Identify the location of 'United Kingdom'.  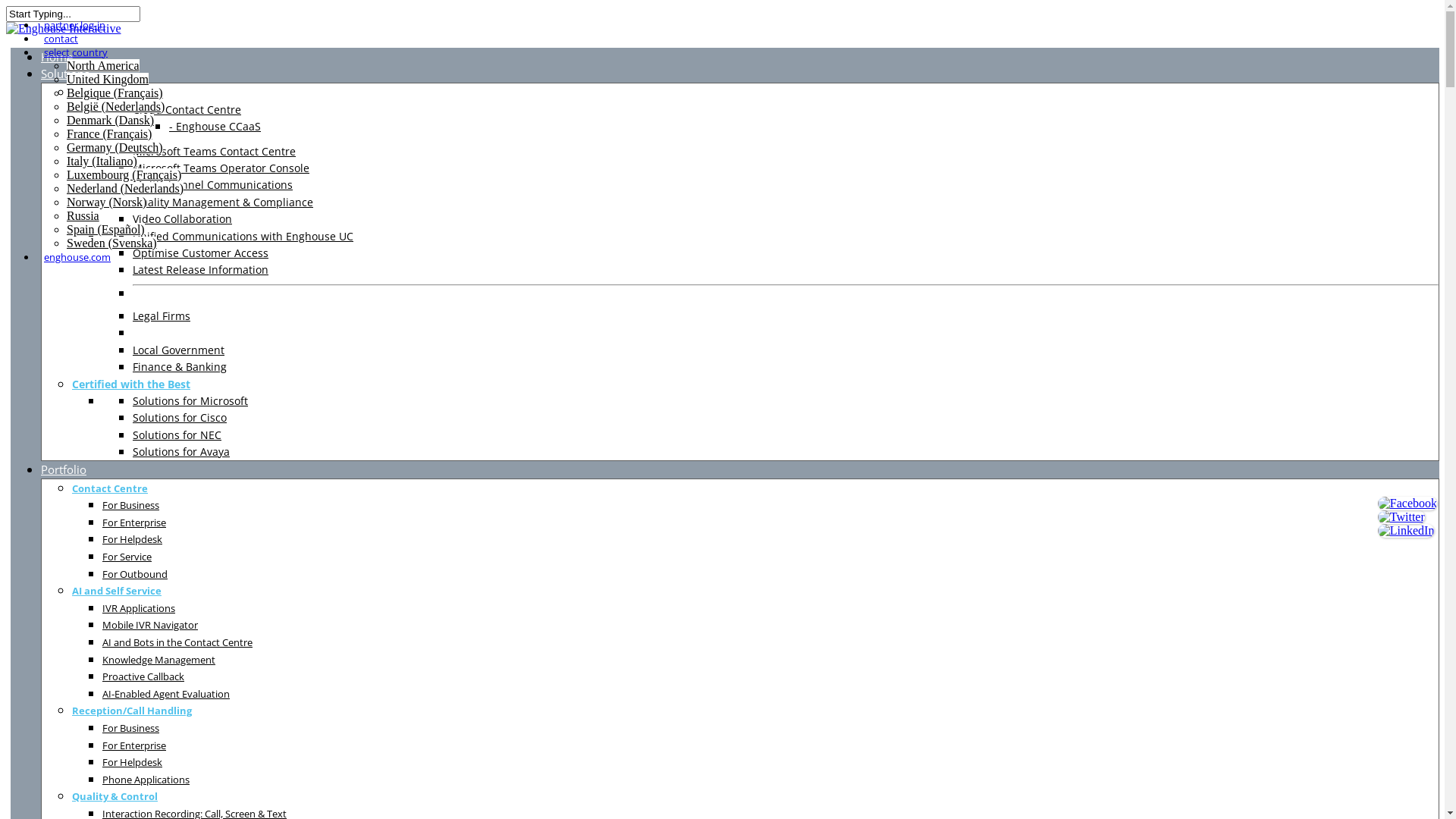
(65, 79).